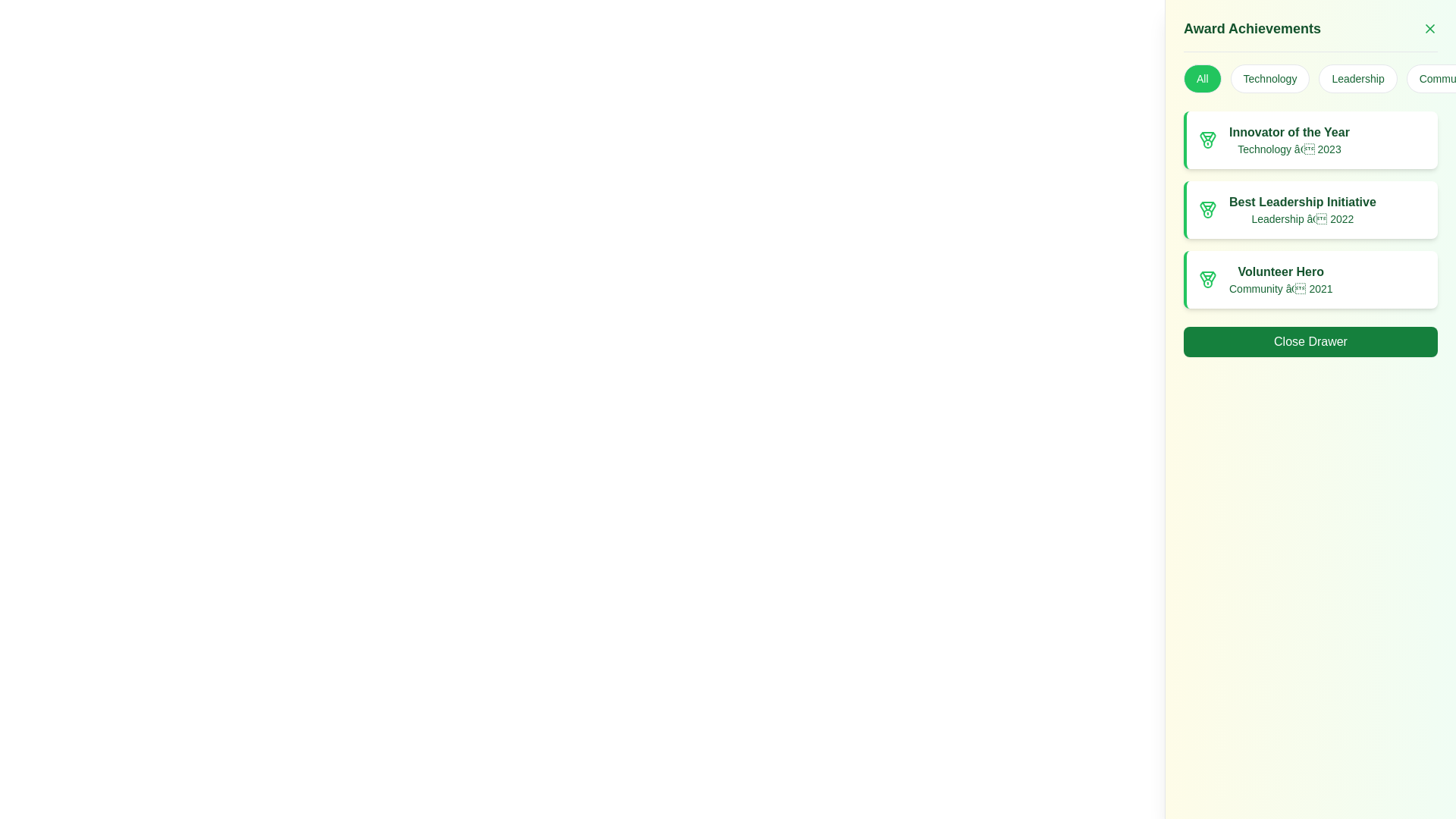  What do you see at coordinates (1288, 131) in the screenshot?
I see `the title text label of the specific award card within the 'Award Achievements' list, which is positioned above the text 'Technology – 2023'` at bounding box center [1288, 131].